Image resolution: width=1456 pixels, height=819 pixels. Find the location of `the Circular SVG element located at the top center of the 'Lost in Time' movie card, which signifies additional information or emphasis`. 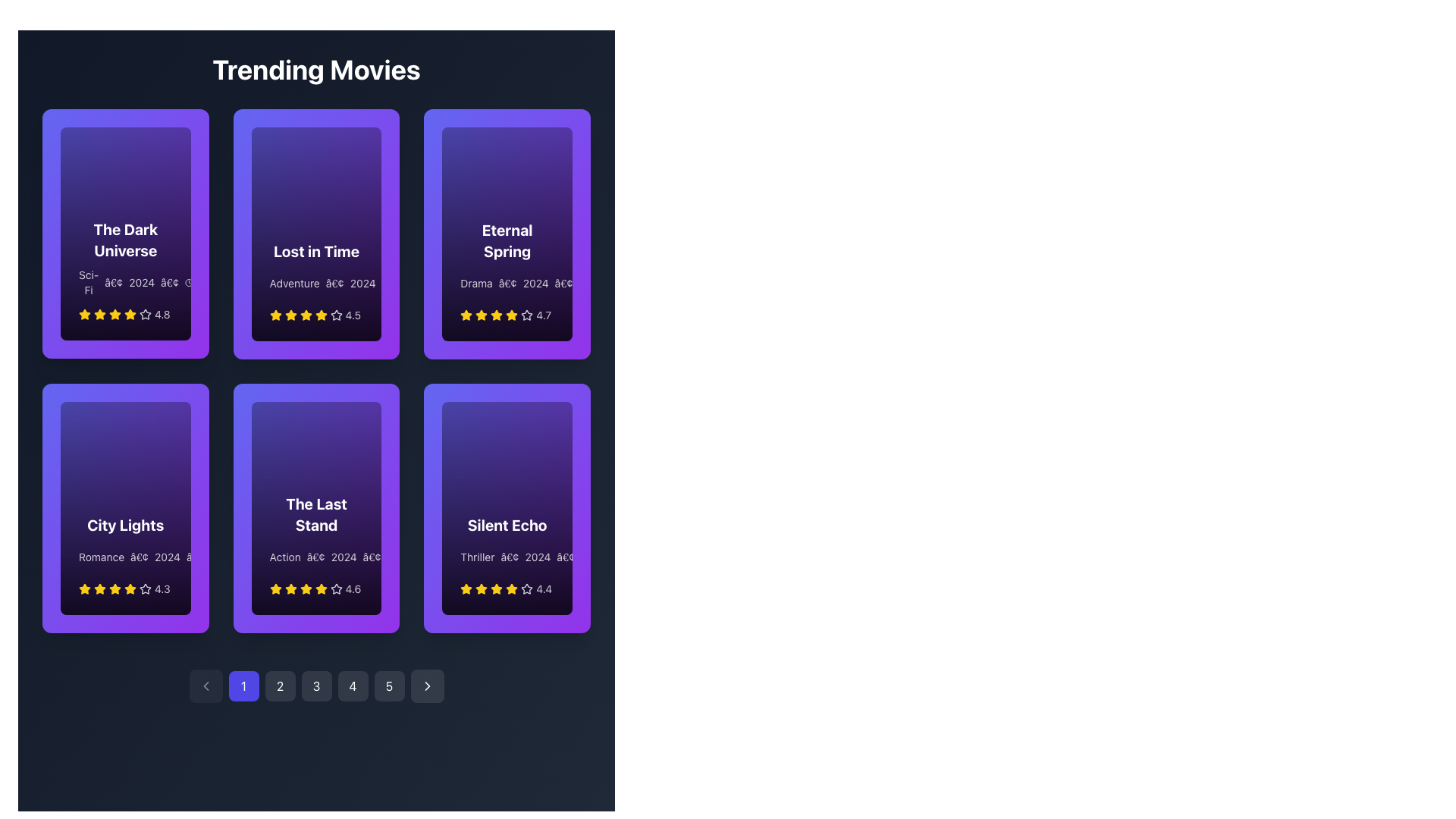

the Circular SVG element located at the top center of the 'Lost in Time' movie card, which signifies additional information or emphasis is located at coordinates (346, 140).